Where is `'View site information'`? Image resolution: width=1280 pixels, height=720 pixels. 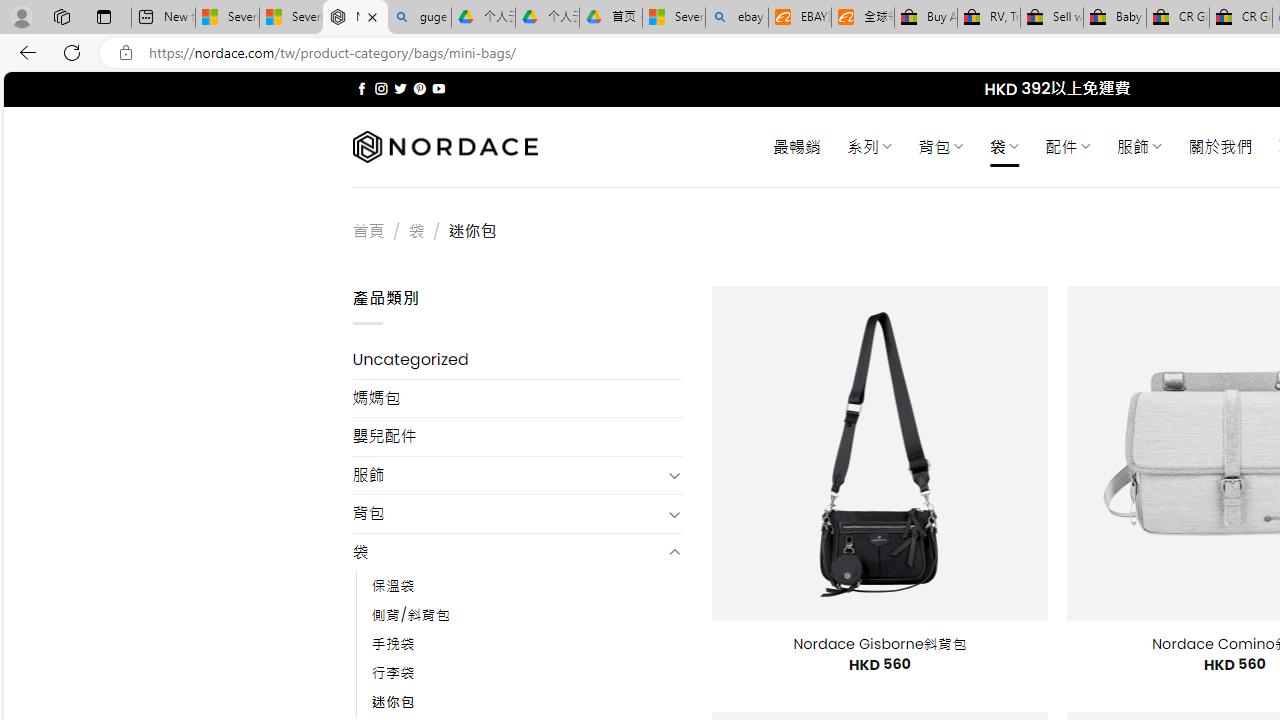
'View site information' is located at coordinates (125, 52).